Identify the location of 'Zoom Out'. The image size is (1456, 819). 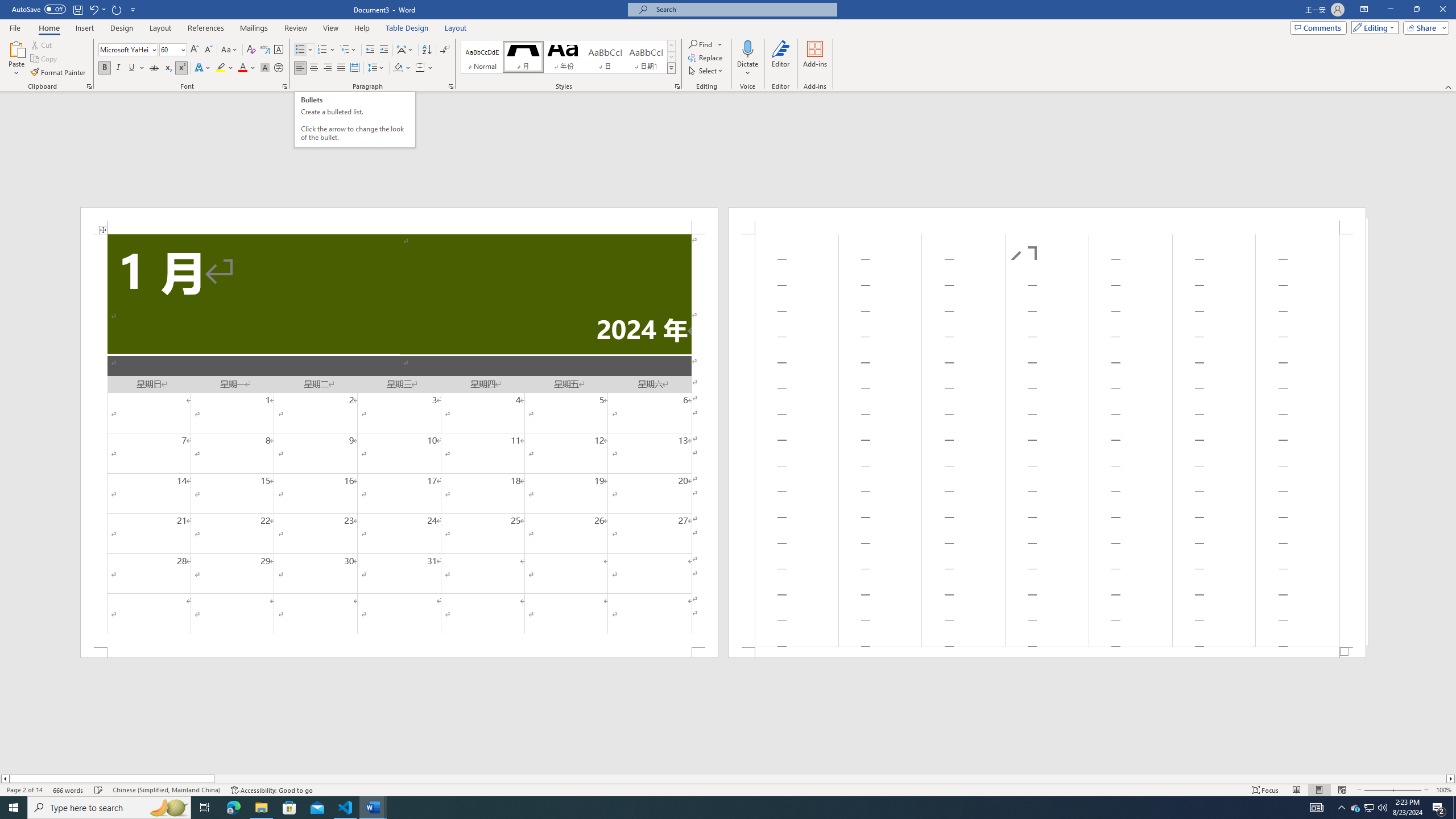
(1378, 790).